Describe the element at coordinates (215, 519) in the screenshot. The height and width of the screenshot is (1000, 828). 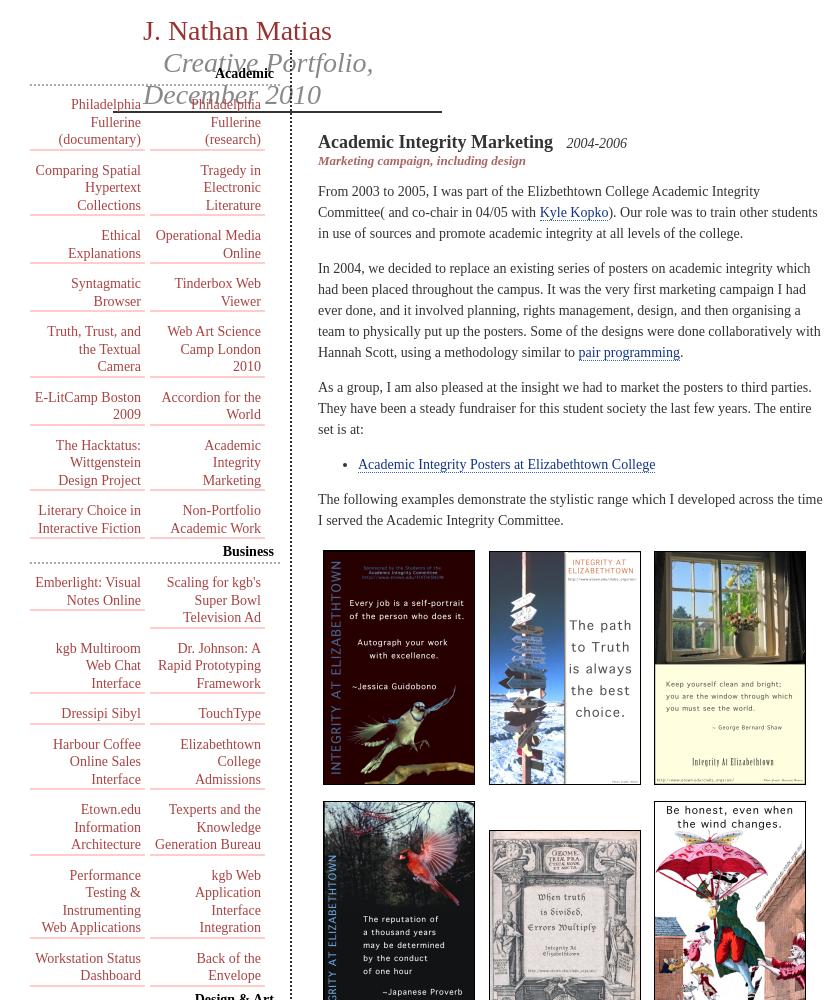
I see `'Non-Portfolio Academic Work'` at that location.